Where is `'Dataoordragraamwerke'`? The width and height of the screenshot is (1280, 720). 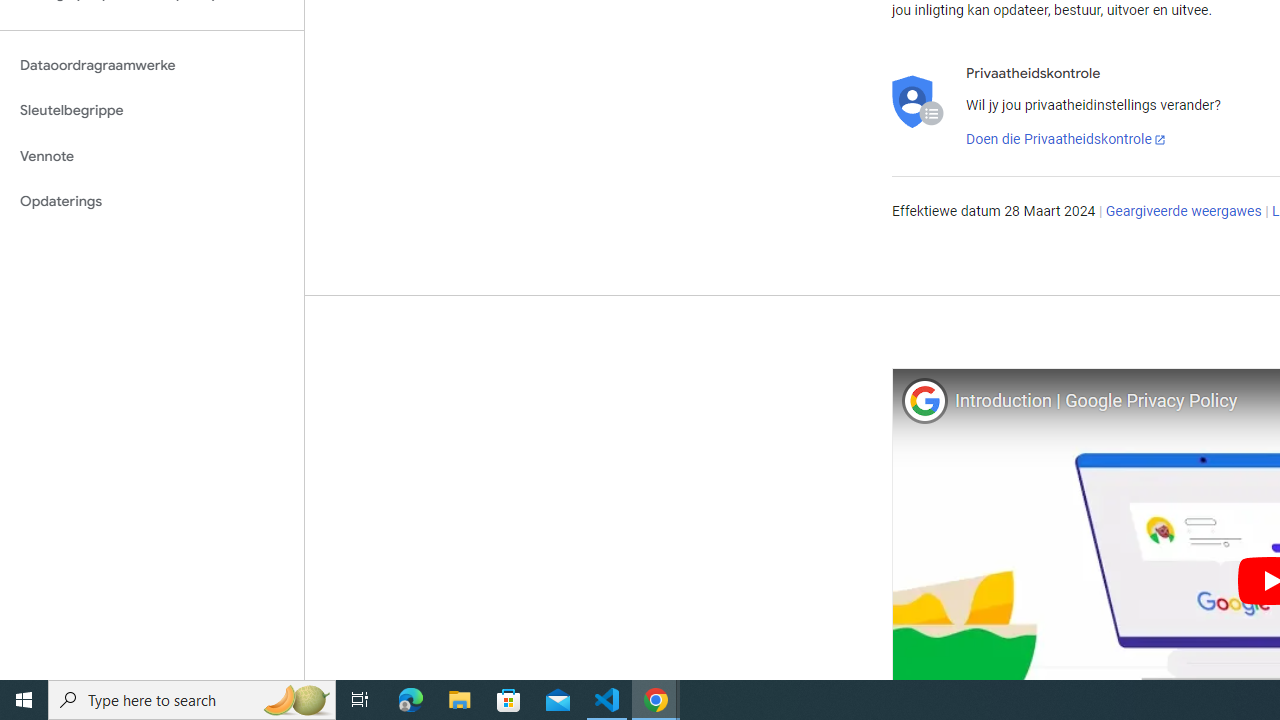 'Dataoordragraamwerke' is located at coordinates (151, 64).